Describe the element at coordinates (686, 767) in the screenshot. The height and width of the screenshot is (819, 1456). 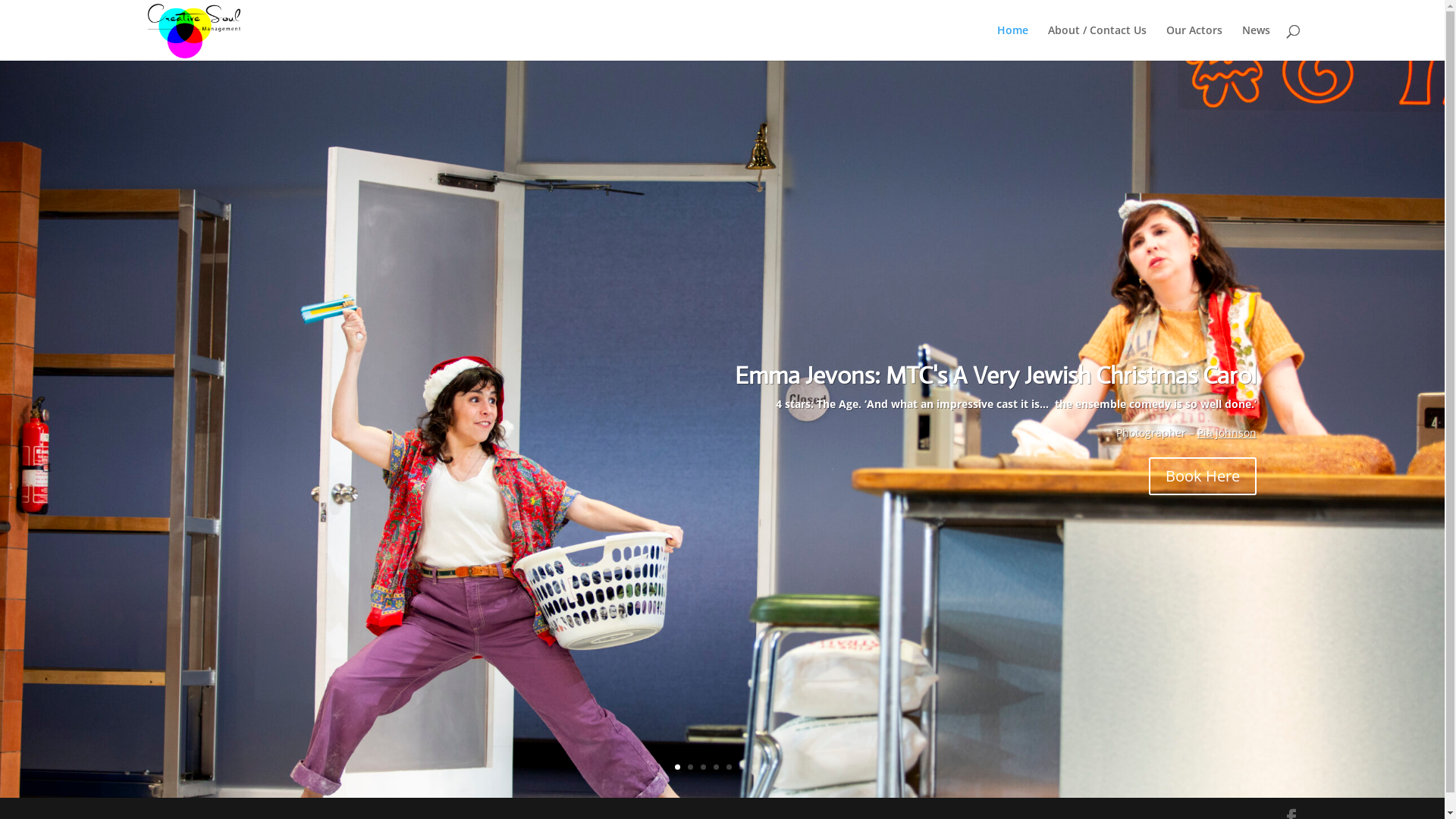
I see `'2'` at that location.